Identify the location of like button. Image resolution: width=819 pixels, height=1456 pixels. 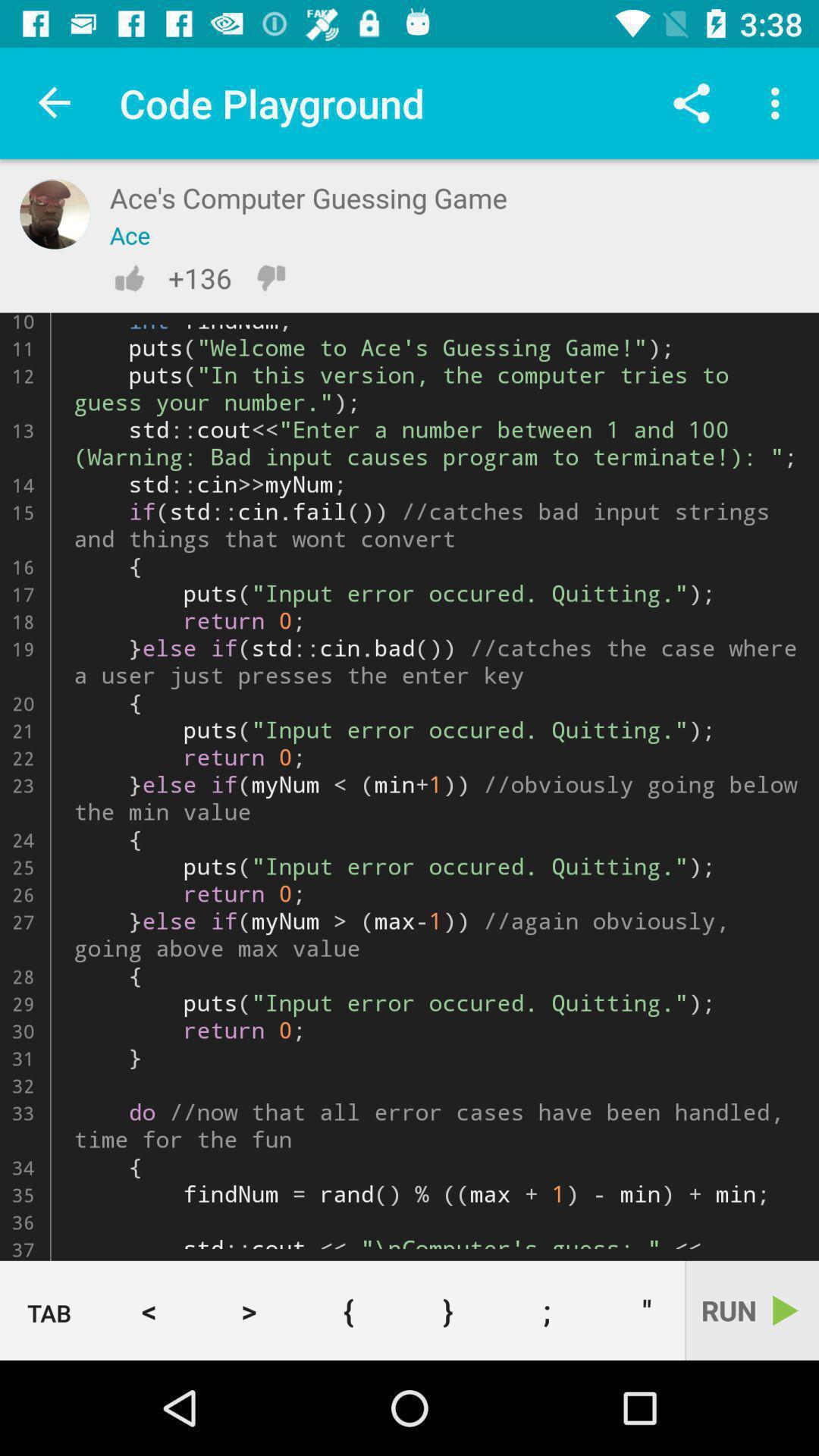
(128, 278).